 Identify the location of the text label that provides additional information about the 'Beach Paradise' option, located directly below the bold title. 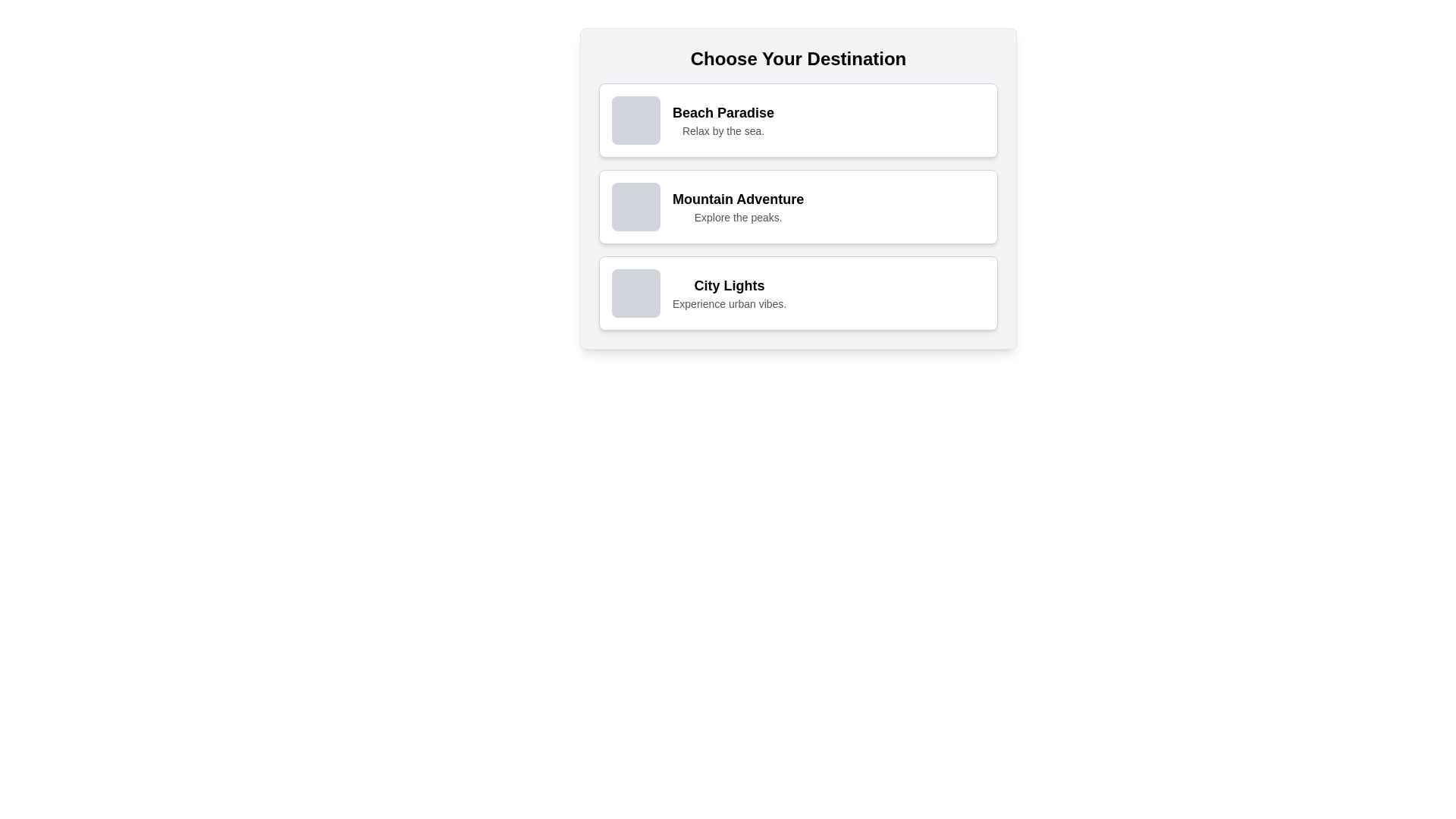
(723, 130).